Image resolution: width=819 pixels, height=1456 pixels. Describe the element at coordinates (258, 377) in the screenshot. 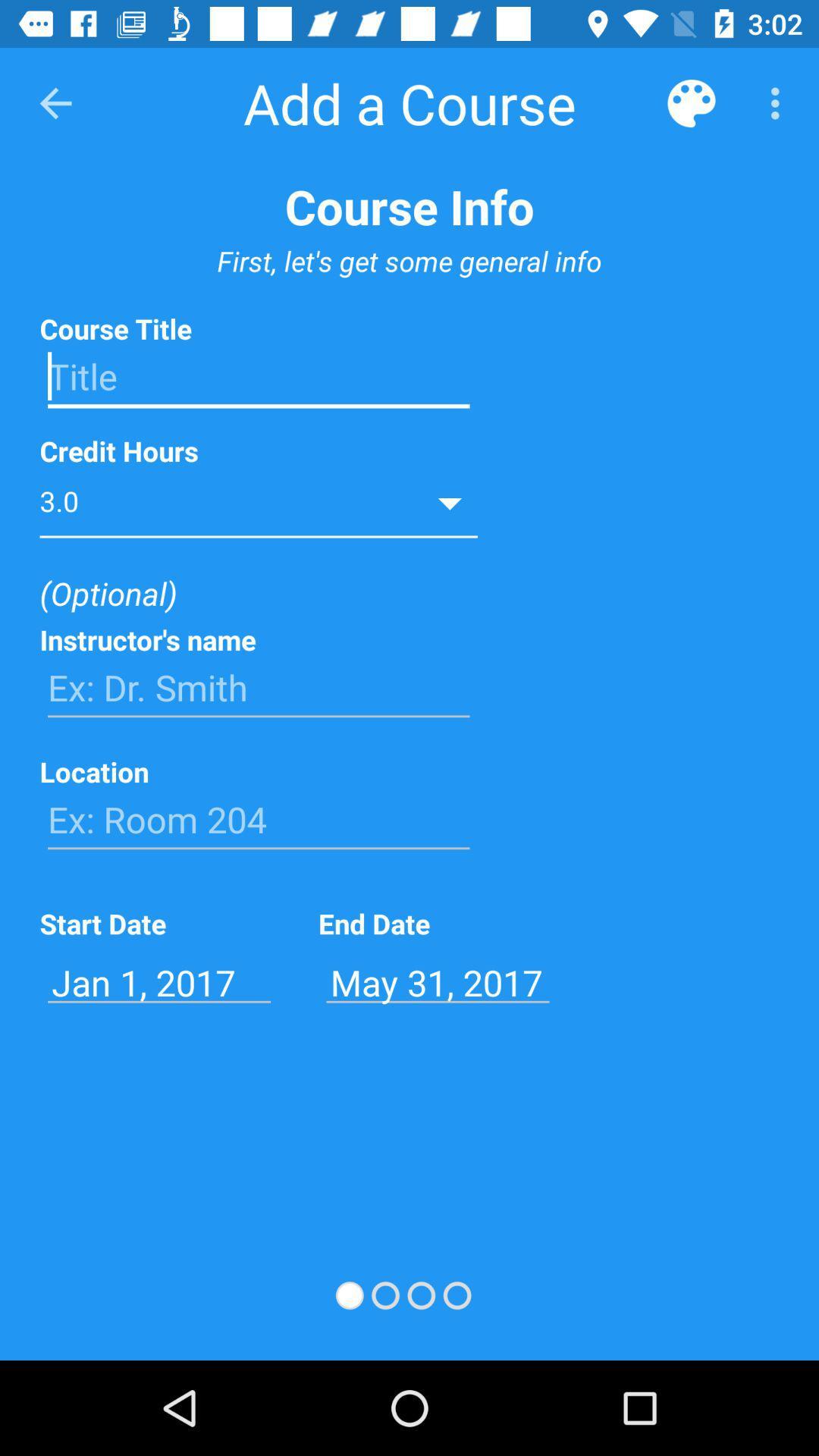

I see `the title` at that location.